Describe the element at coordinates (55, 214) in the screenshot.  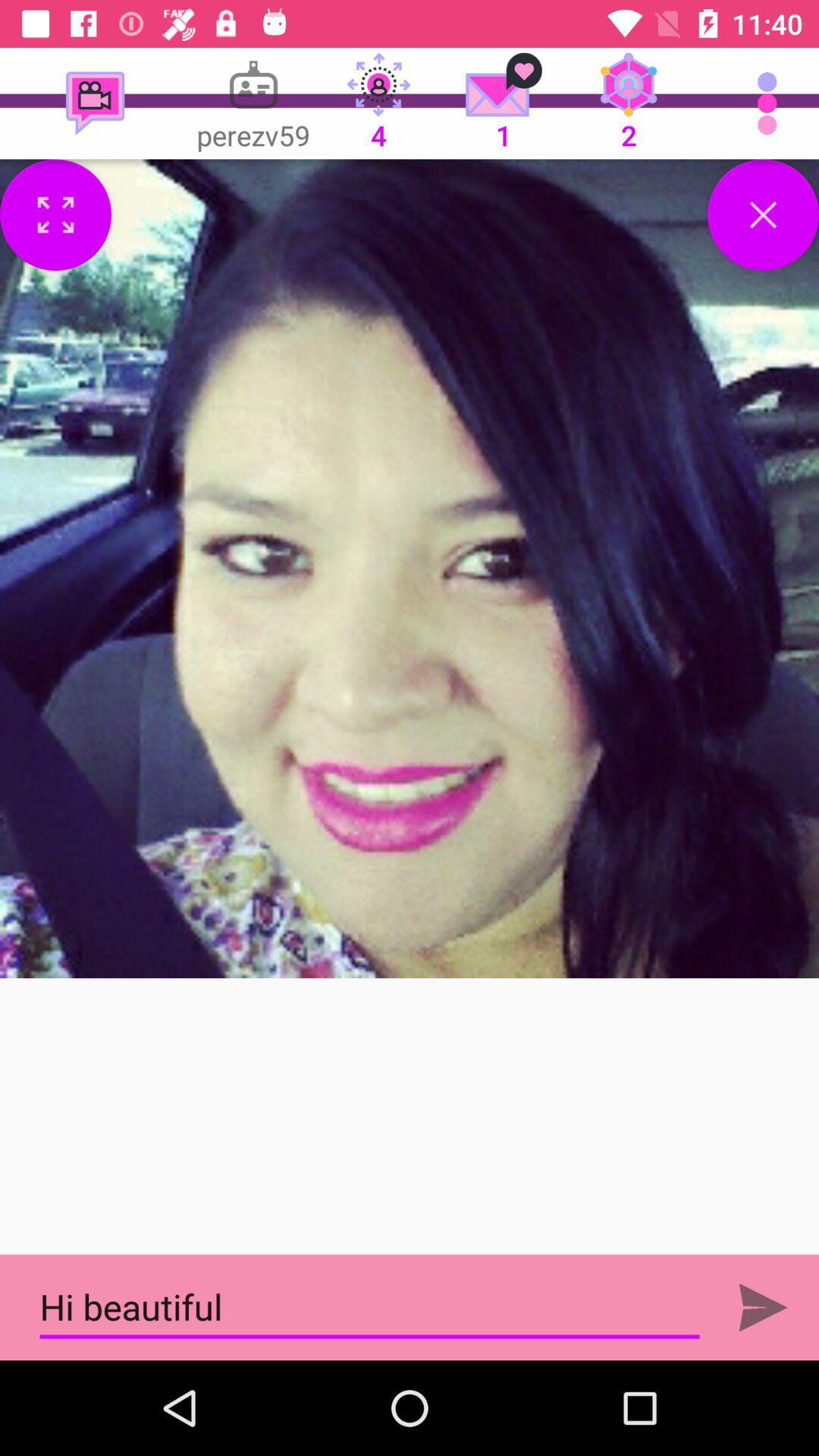
I see `menu options` at that location.